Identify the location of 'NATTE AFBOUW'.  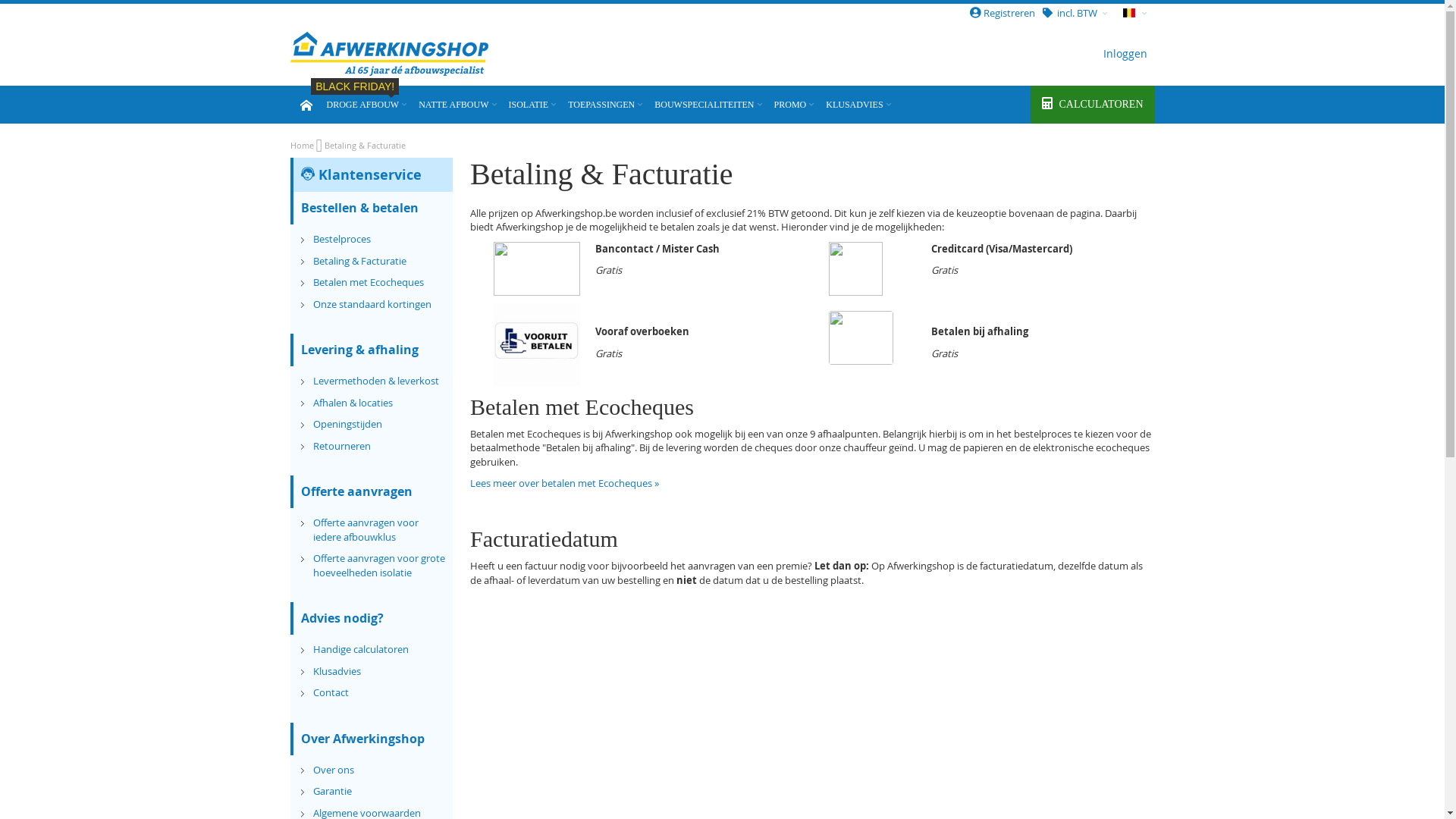
(457, 104).